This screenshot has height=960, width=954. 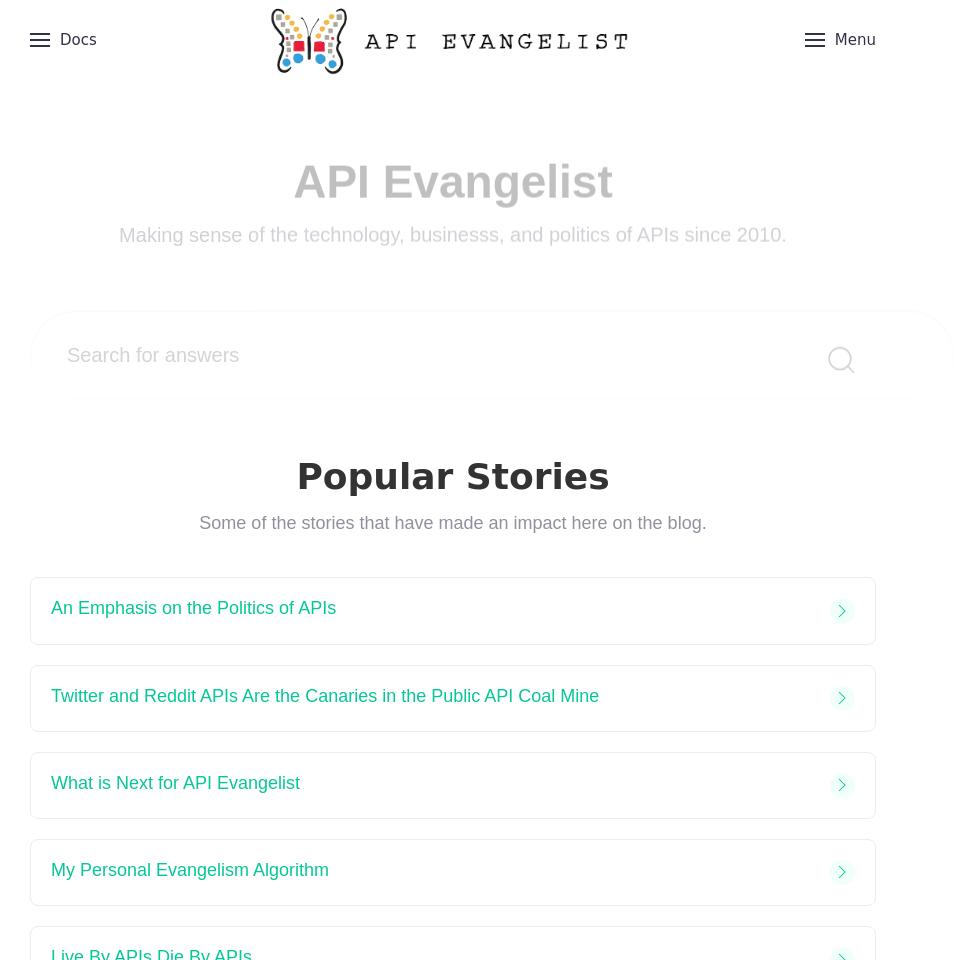 What do you see at coordinates (452, 476) in the screenshot?
I see `'Popular Stories'` at bounding box center [452, 476].